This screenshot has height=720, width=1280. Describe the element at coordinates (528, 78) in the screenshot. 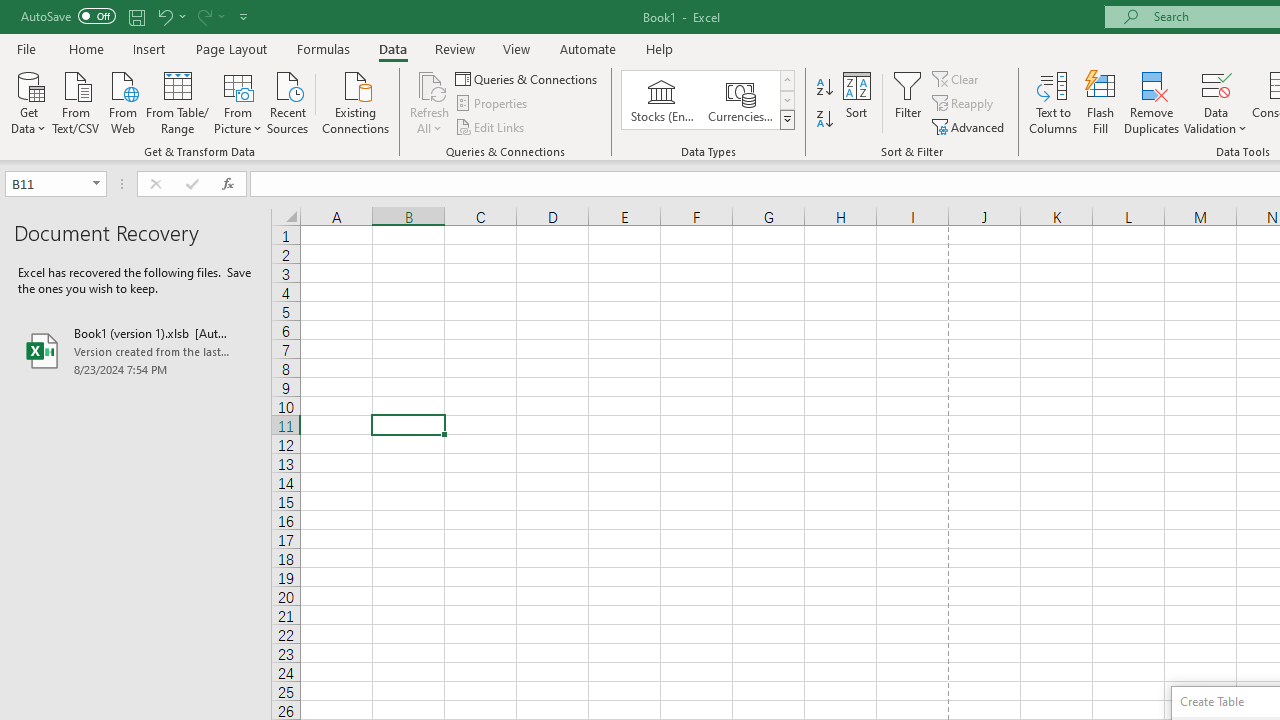

I see `'Queries & Connections'` at that location.